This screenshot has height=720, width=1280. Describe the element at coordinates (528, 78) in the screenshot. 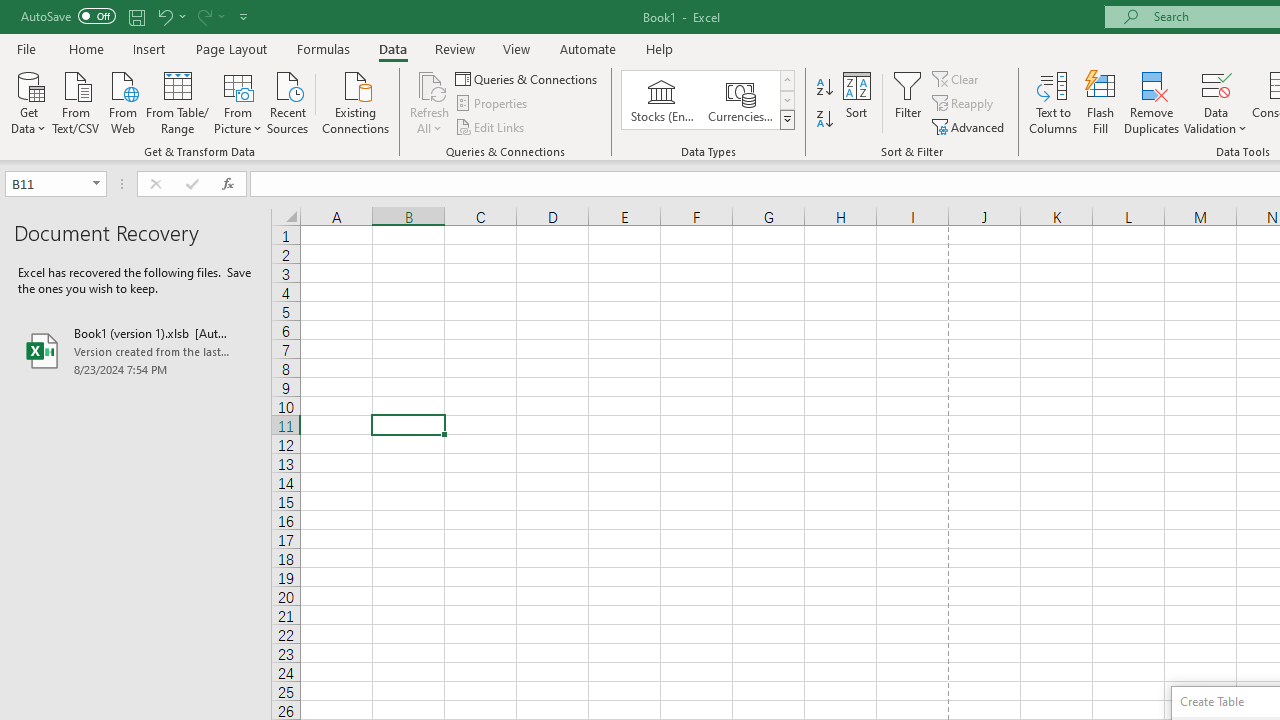

I see `'Queries & Connections'` at that location.